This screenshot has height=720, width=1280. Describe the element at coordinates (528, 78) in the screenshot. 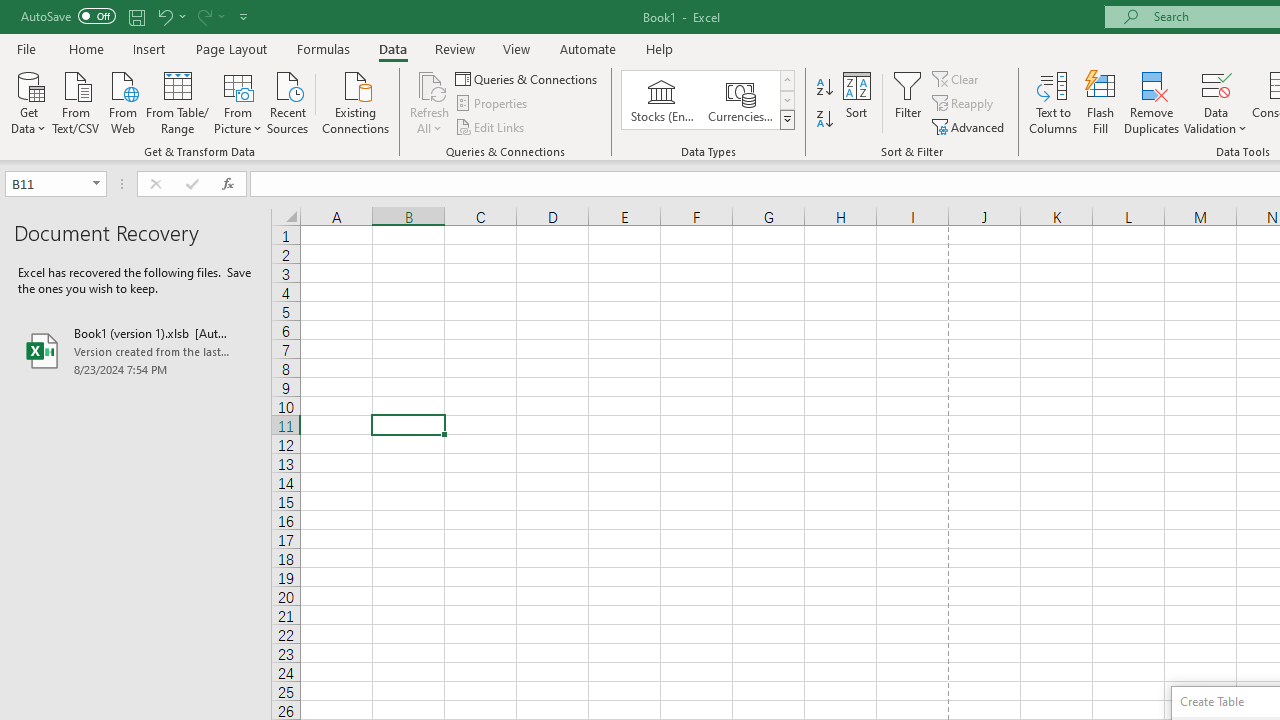

I see `'Queries & Connections'` at that location.